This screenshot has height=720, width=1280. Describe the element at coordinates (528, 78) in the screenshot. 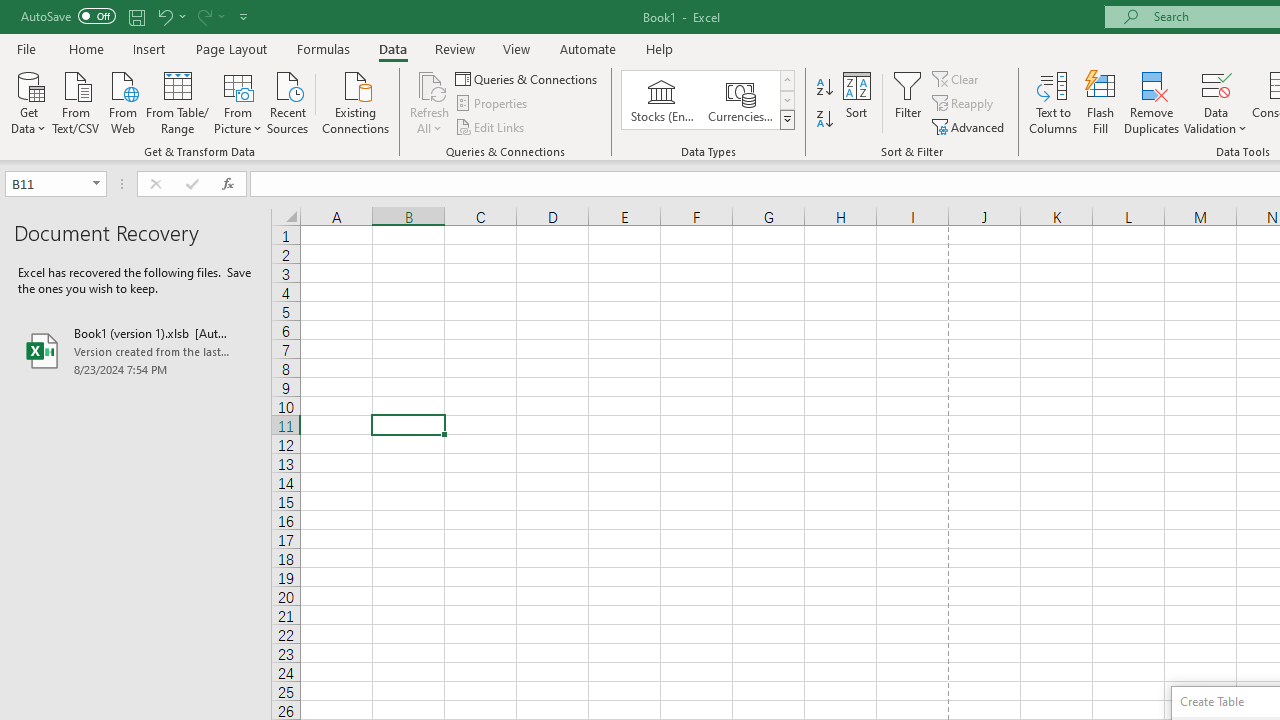

I see `'Queries & Connections'` at that location.